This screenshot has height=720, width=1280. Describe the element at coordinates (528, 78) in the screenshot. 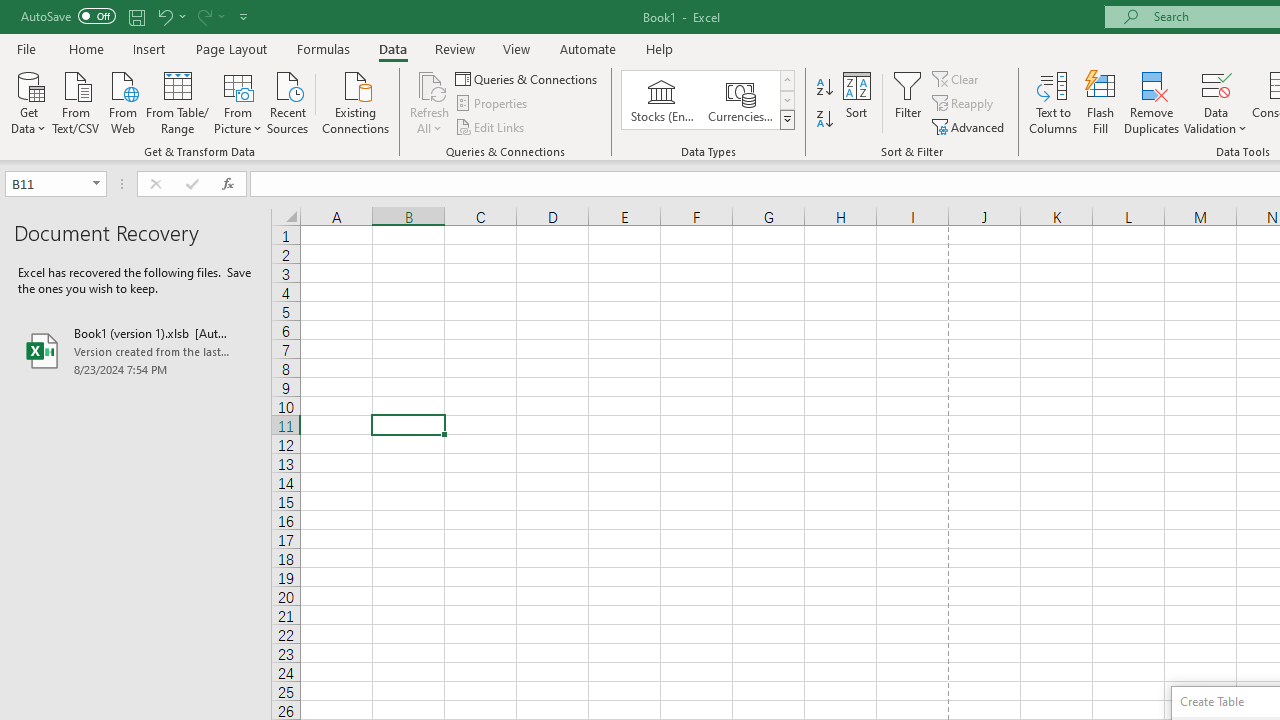

I see `'Queries & Connections'` at that location.